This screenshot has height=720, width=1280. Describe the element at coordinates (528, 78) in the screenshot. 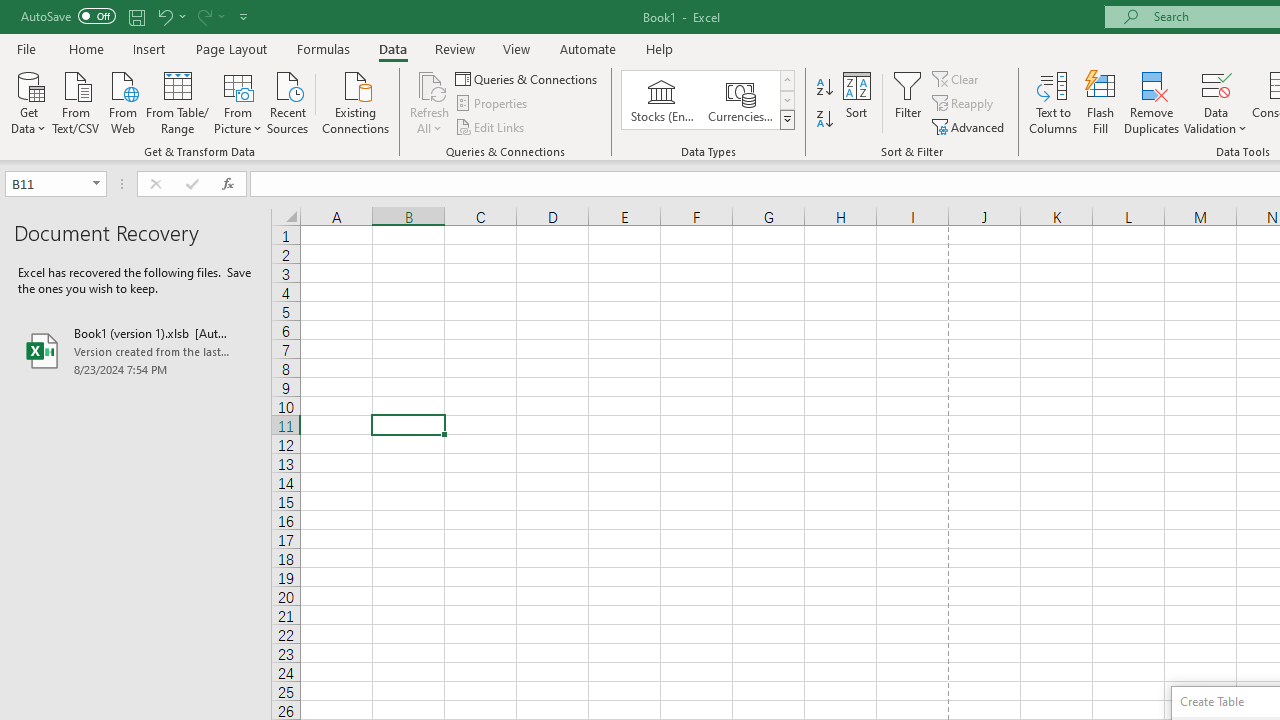

I see `'Queries & Connections'` at that location.